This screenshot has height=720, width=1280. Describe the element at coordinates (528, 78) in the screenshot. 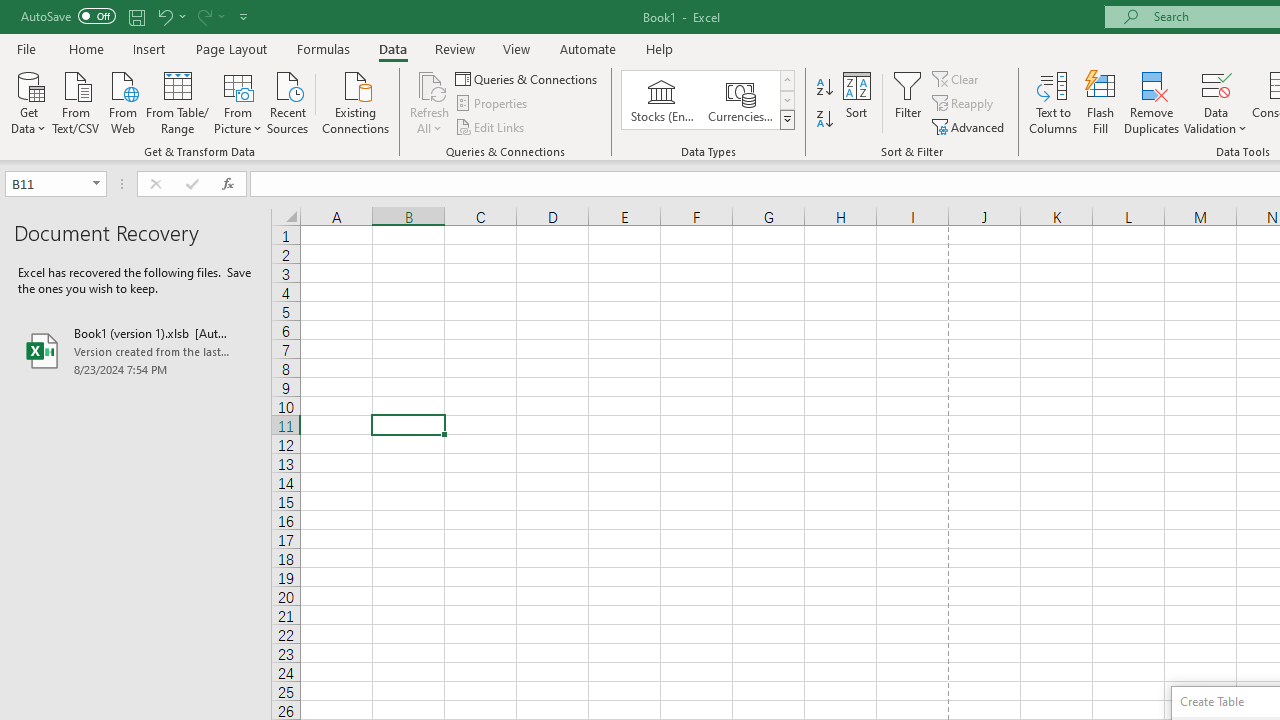

I see `'Queries & Connections'` at that location.